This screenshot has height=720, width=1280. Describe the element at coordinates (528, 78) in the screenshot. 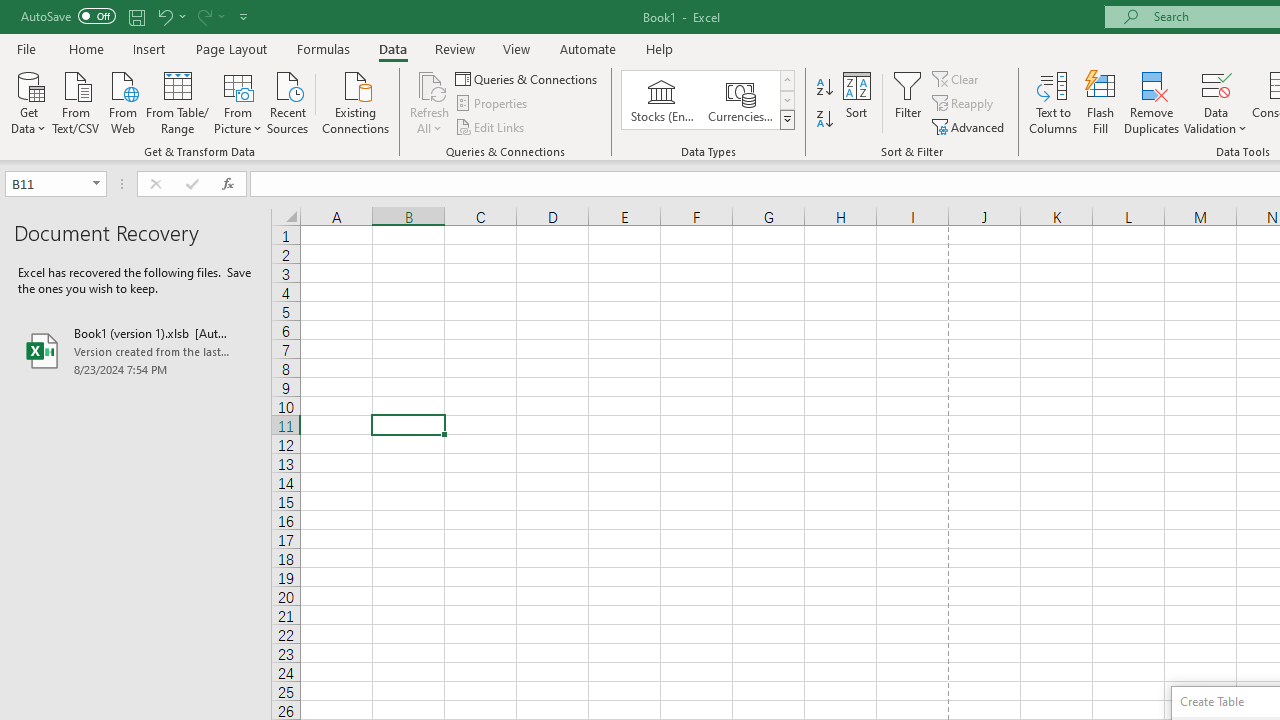

I see `'Queries & Connections'` at that location.